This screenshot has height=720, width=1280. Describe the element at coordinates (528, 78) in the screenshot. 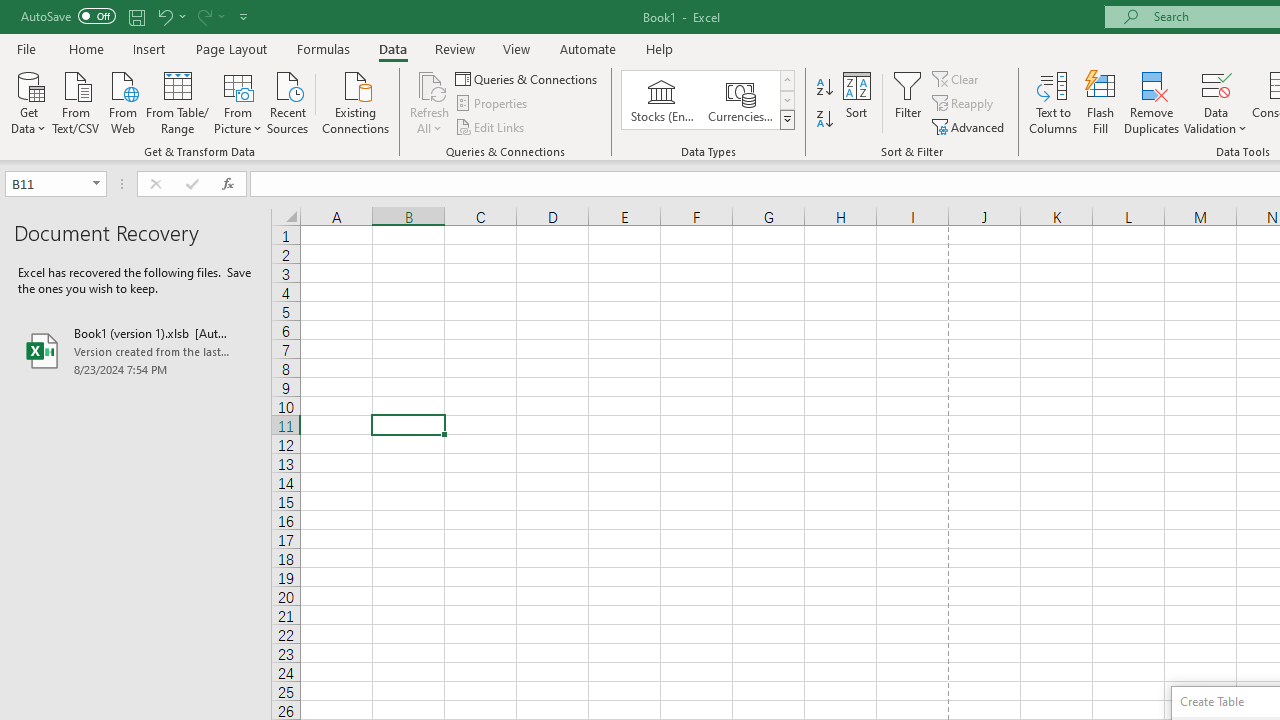

I see `'Queries & Connections'` at that location.